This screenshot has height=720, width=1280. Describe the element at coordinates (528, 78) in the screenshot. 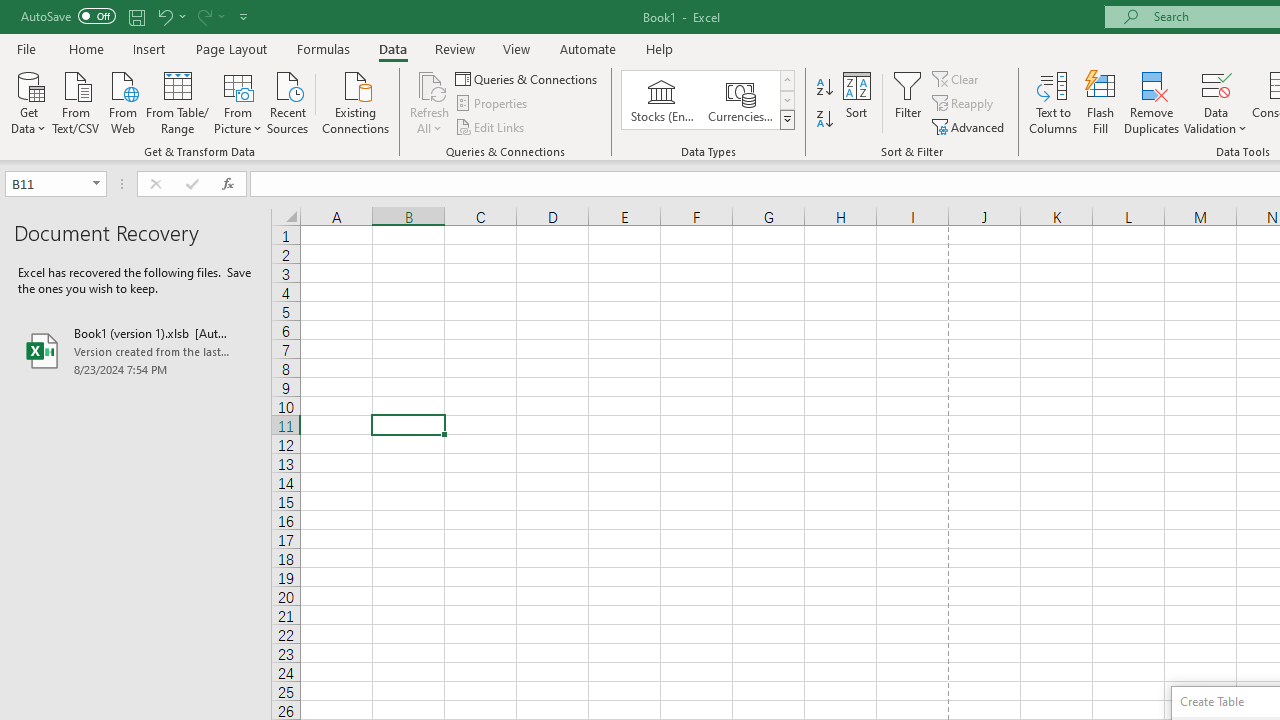

I see `'Queries & Connections'` at that location.